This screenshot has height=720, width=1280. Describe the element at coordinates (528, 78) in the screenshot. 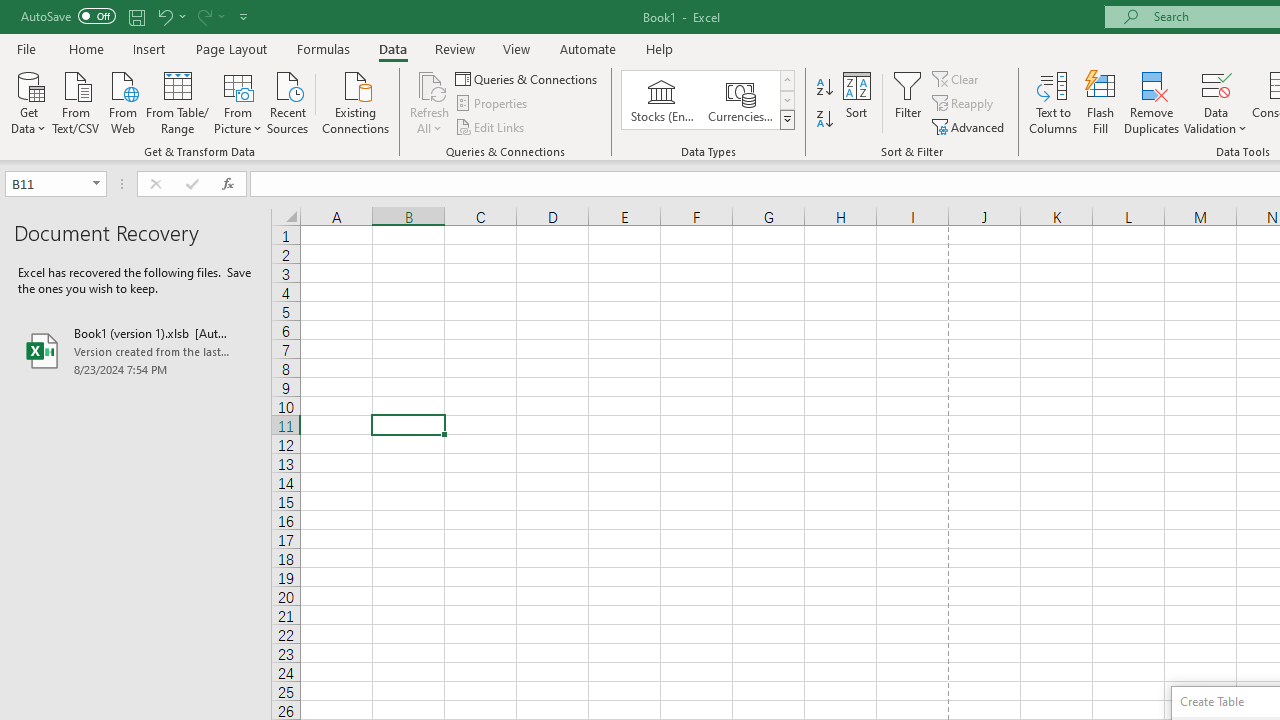

I see `'Queries & Connections'` at that location.